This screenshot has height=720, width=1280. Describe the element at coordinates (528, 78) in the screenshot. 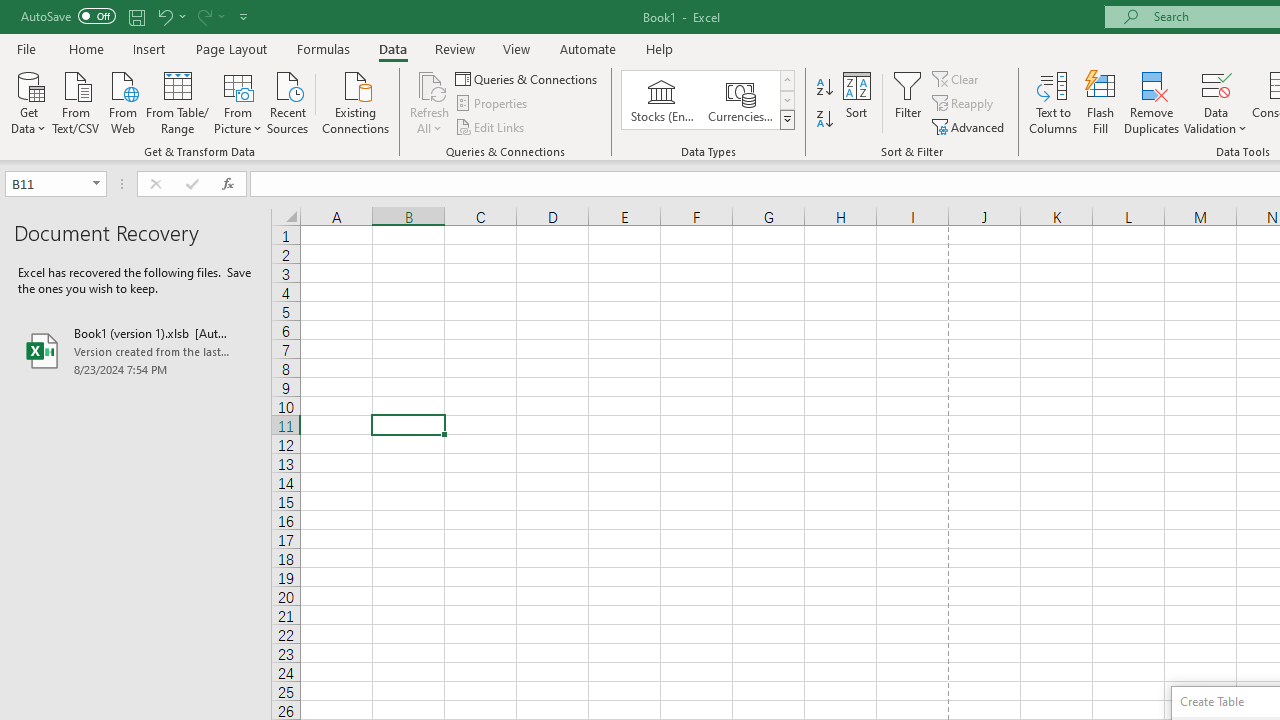

I see `'Queries & Connections'` at that location.